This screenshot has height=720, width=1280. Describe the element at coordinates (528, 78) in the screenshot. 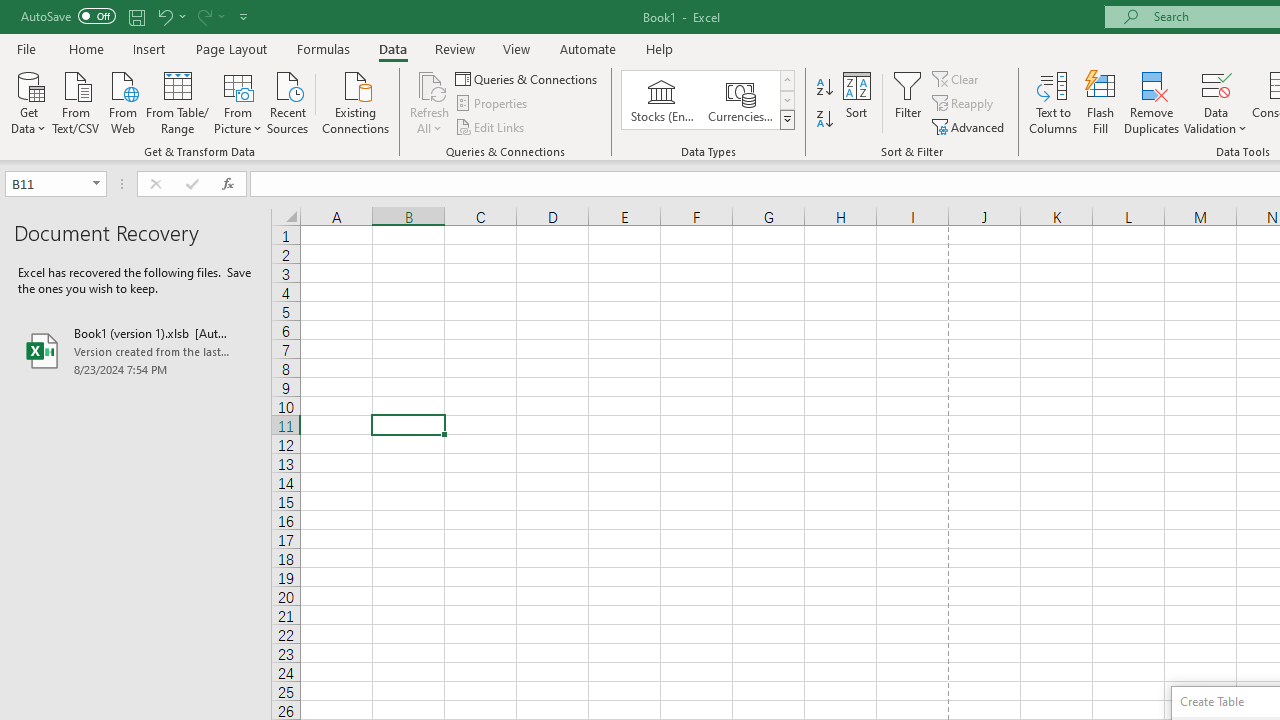

I see `'Queries & Connections'` at that location.